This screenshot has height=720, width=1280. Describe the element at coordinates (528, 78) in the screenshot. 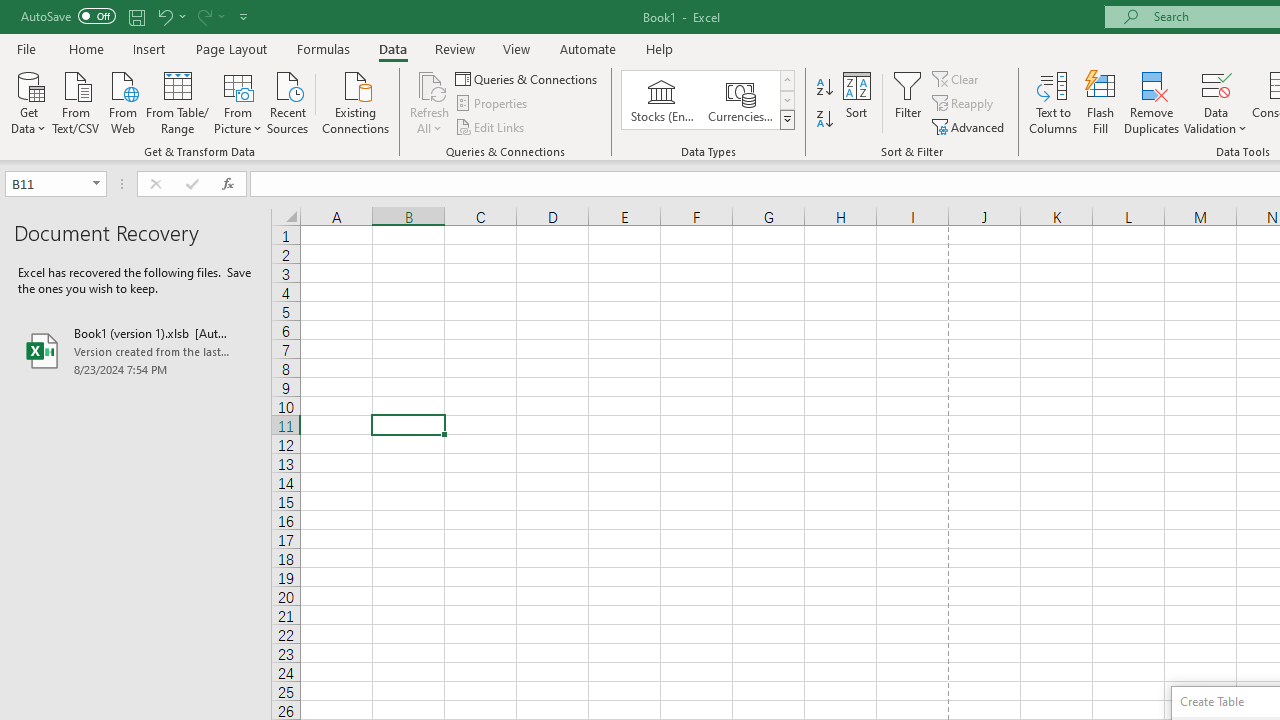

I see `'Queries & Connections'` at that location.